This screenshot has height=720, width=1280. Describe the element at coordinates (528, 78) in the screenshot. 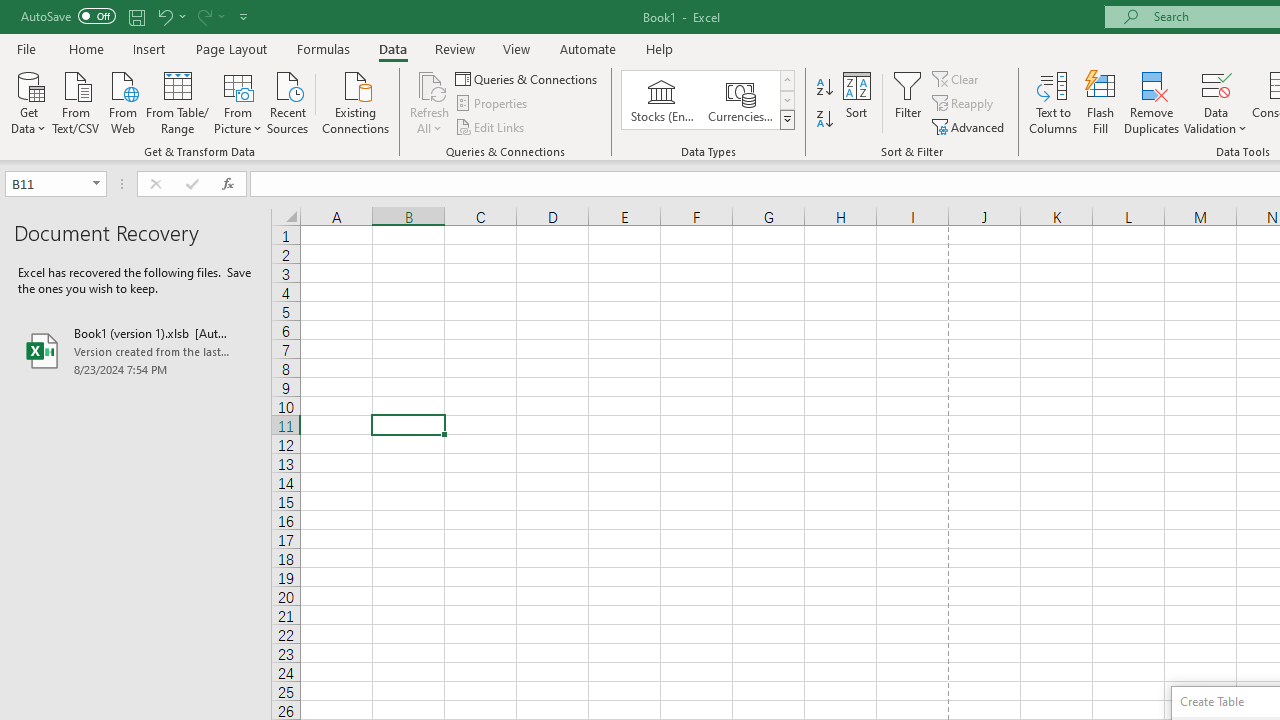

I see `'Queries & Connections'` at that location.